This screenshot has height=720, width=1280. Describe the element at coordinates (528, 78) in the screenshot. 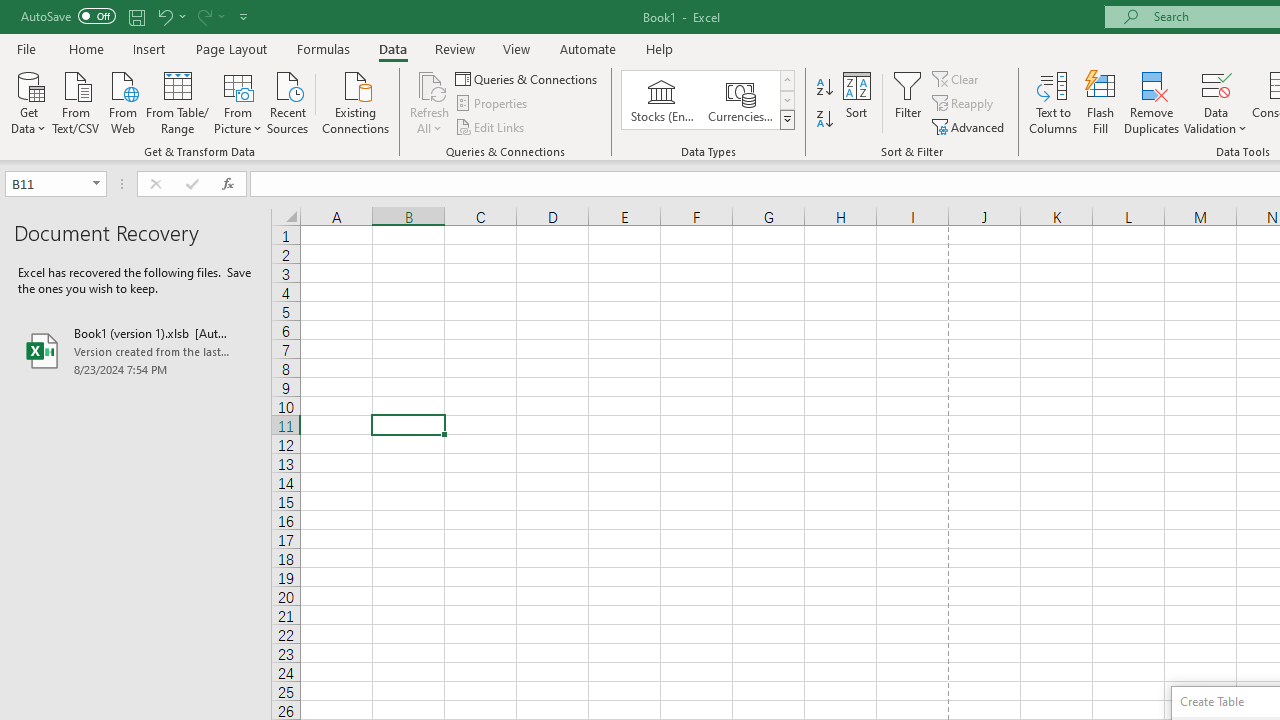

I see `'Queries & Connections'` at that location.